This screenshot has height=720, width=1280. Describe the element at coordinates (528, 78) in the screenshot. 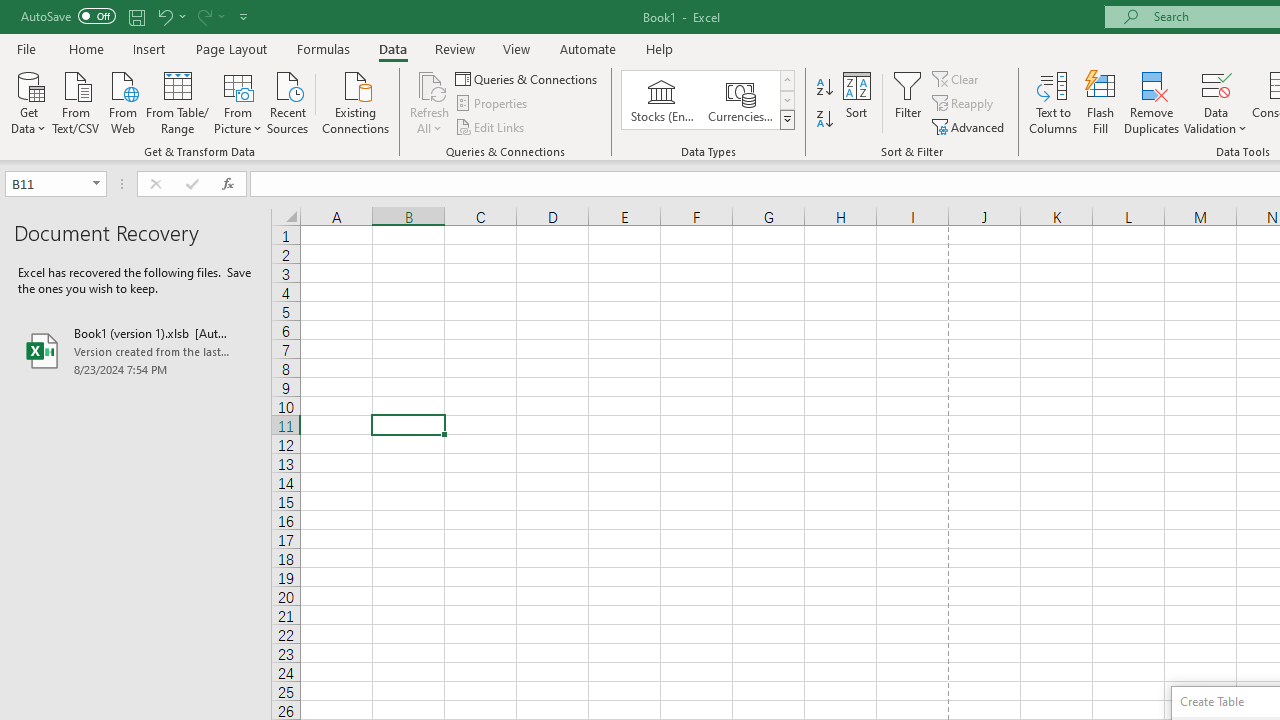

I see `'Queries & Connections'` at that location.